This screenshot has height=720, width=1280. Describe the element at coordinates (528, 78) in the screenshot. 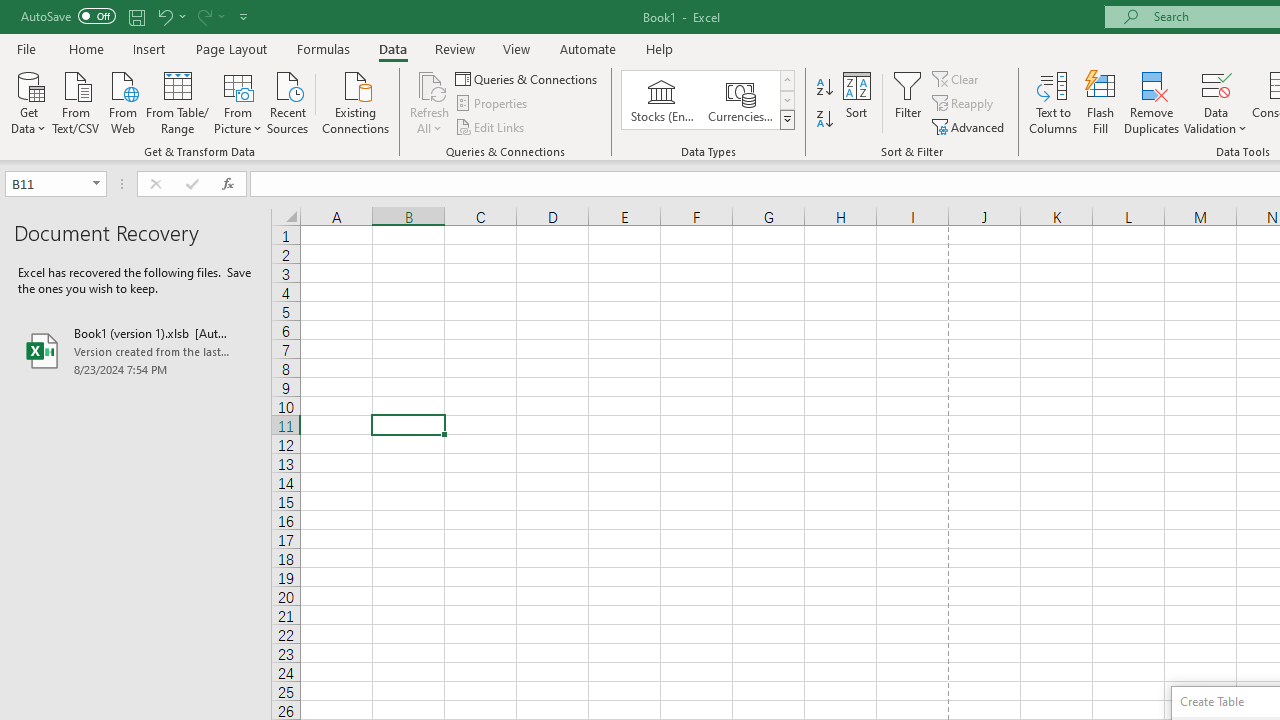

I see `'Queries & Connections'` at that location.